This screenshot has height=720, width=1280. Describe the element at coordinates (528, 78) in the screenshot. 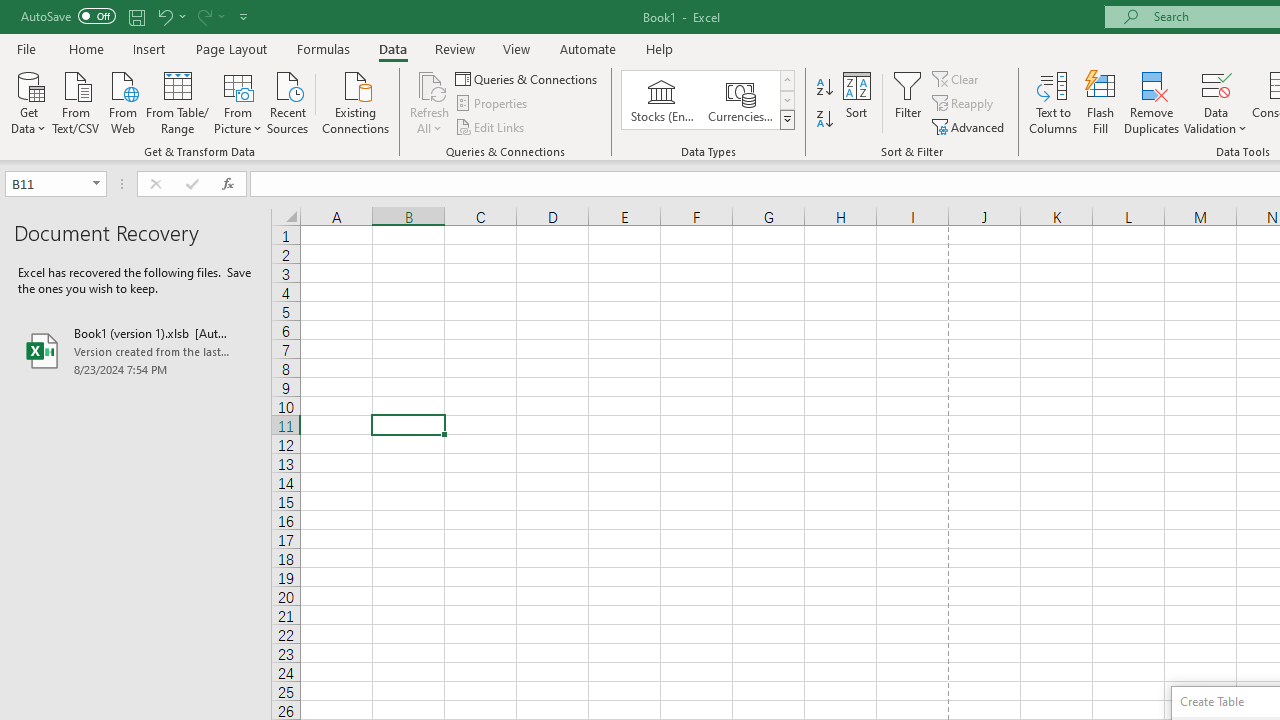

I see `'Queries & Connections'` at that location.